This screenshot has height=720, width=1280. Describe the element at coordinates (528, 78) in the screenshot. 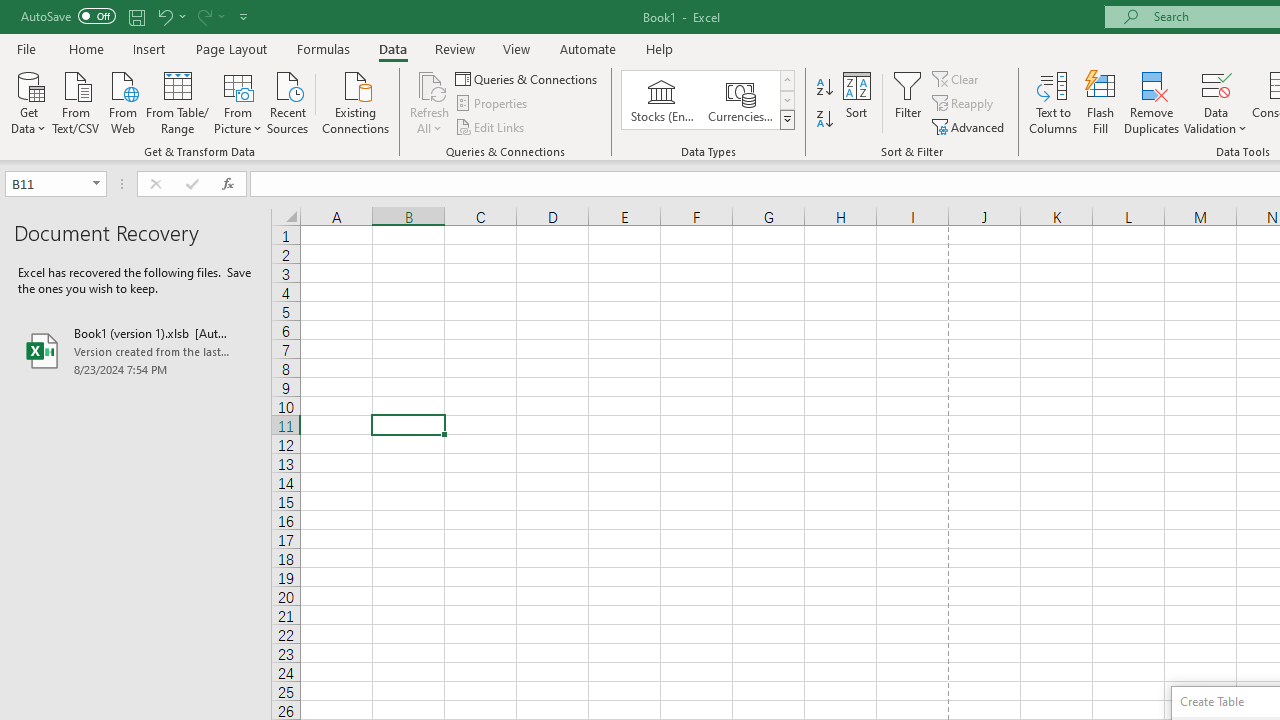

I see `'Queries & Connections'` at that location.